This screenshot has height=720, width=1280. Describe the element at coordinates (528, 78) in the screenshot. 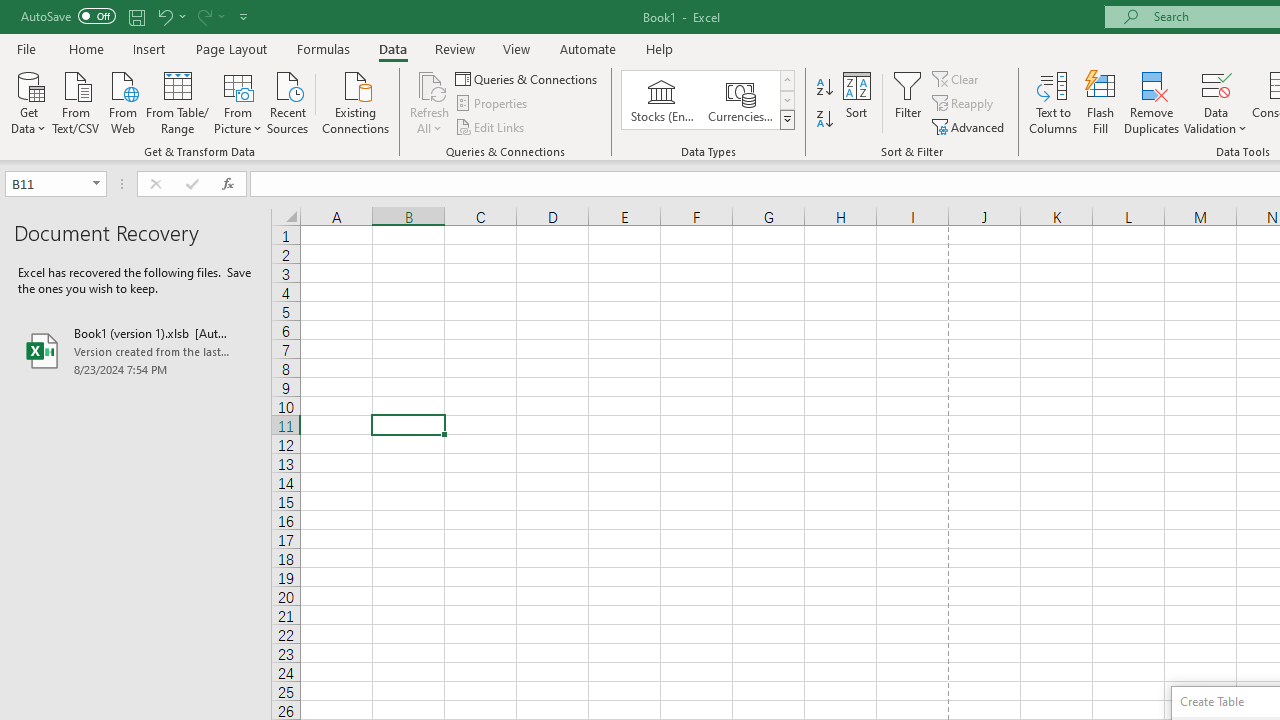

I see `'Queries & Connections'` at that location.